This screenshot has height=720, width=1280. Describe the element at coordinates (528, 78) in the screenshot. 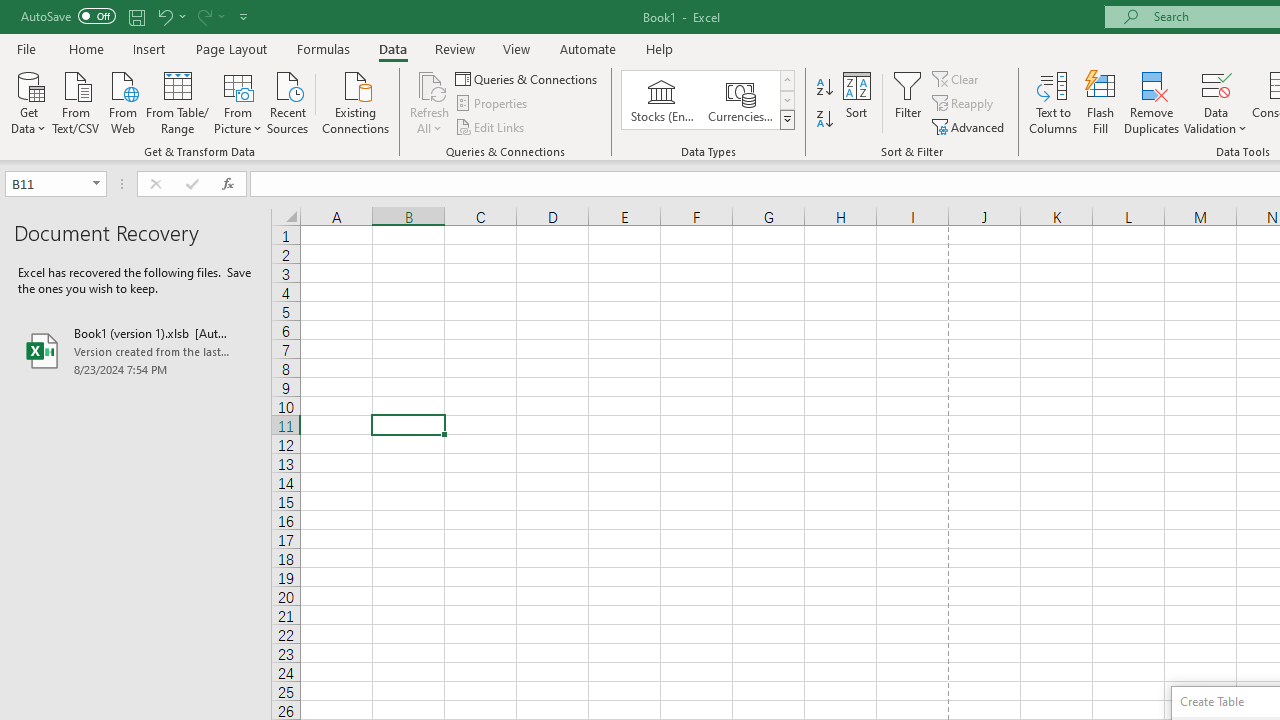

I see `'Queries & Connections'` at that location.